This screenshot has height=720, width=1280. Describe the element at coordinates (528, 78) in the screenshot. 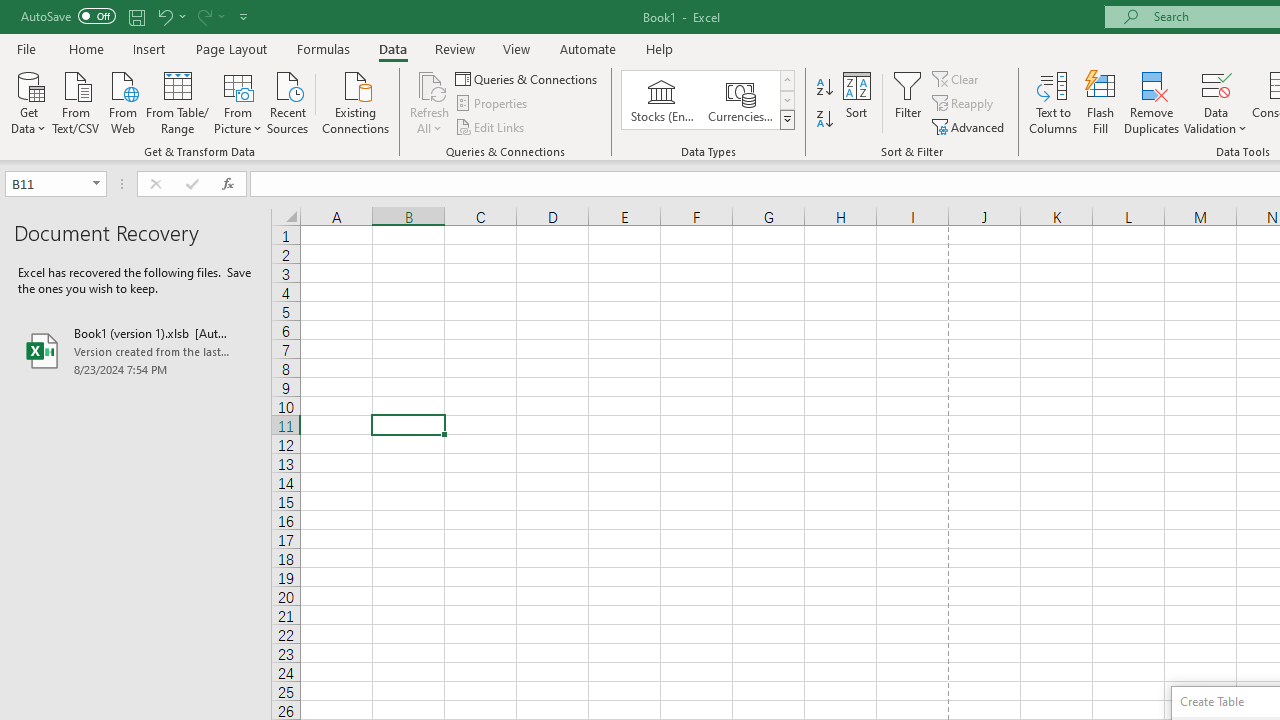

I see `'Queries & Connections'` at that location.